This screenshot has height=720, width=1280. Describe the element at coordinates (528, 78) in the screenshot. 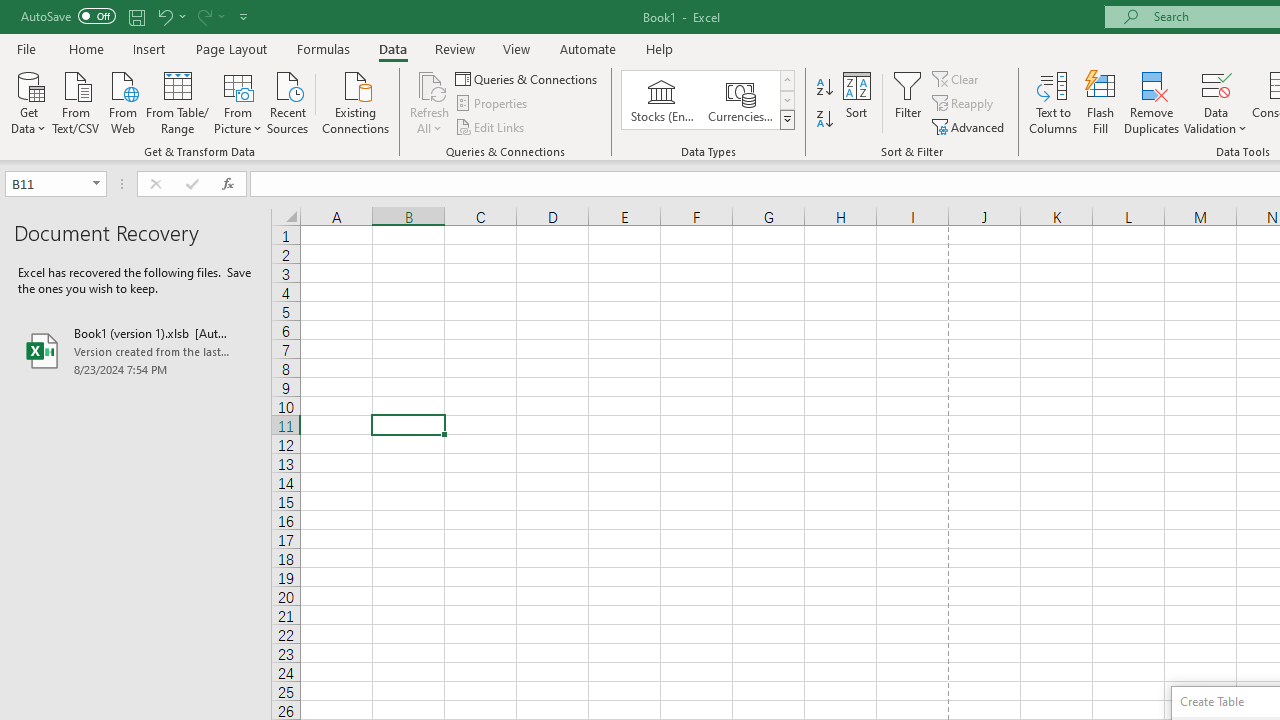

I see `'Queries & Connections'` at that location.